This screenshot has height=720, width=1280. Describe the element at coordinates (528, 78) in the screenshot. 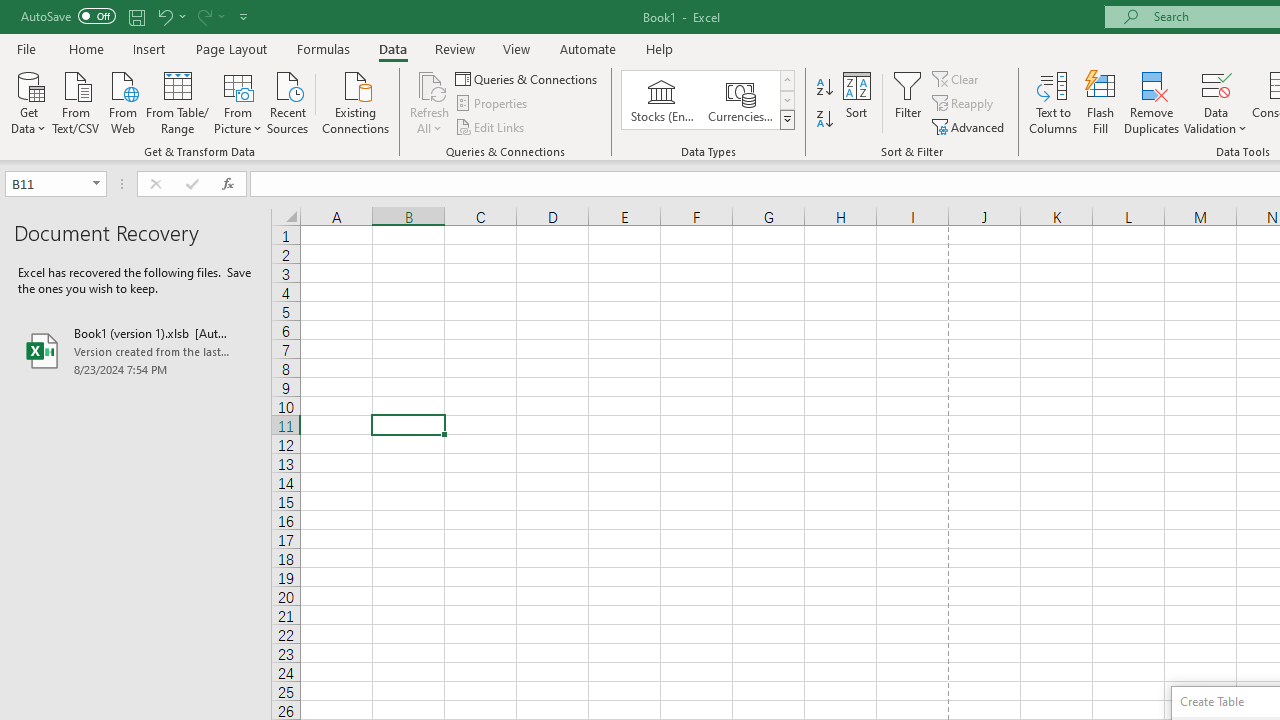

I see `'Queries & Connections'` at that location.